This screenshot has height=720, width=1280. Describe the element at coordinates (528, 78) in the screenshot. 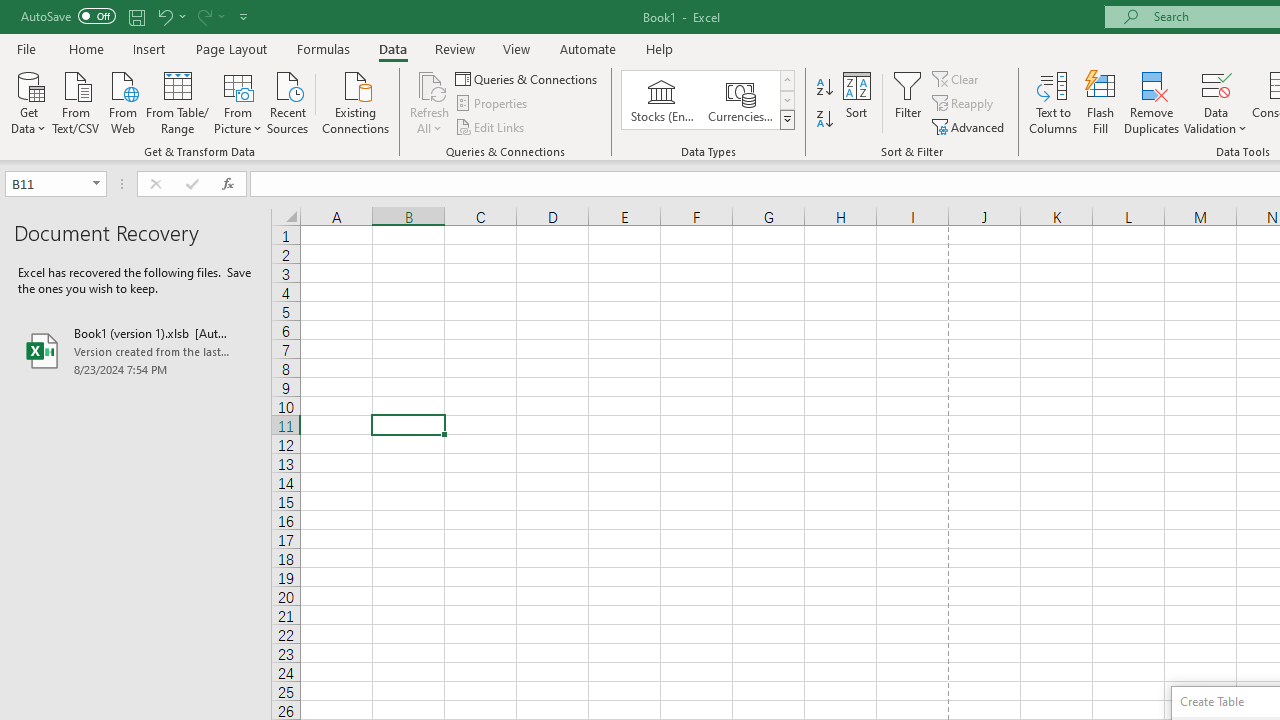

I see `'Queries & Connections'` at that location.